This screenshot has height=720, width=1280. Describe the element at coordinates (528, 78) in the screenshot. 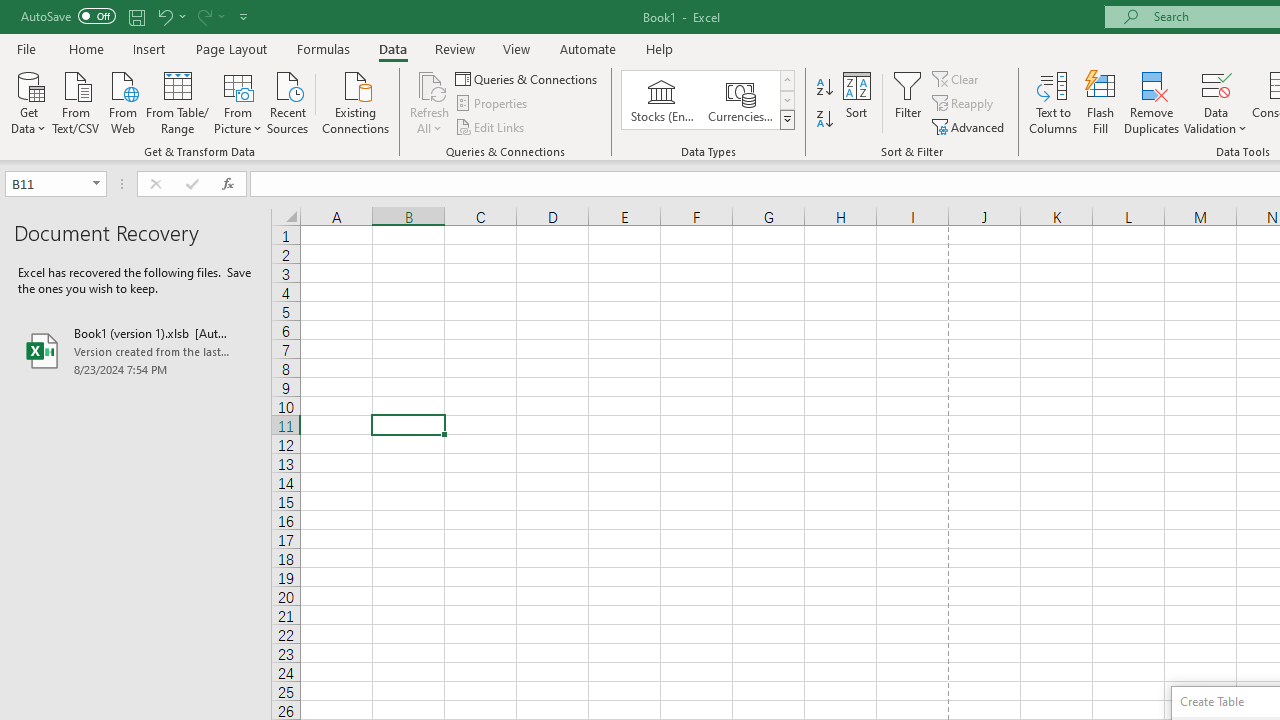

I see `'Queries & Connections'` at that location.